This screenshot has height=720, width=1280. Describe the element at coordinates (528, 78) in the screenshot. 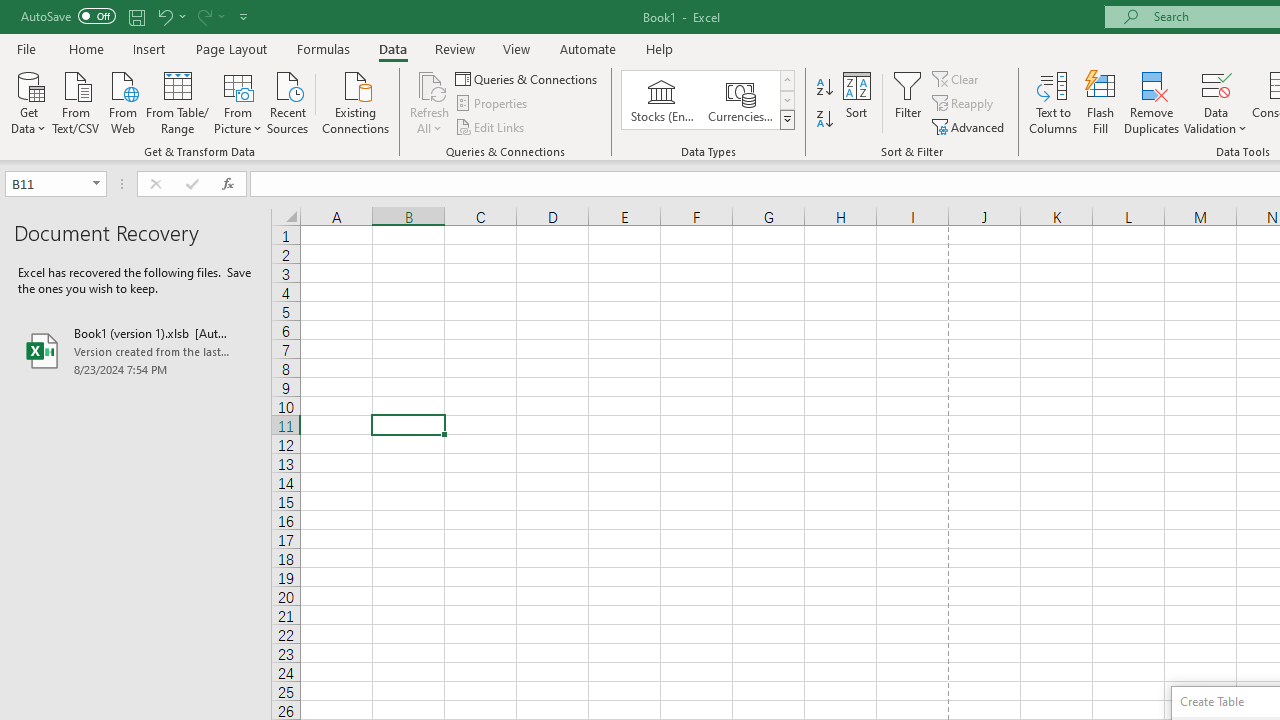

I see `'Queries & Connections'` at that location.